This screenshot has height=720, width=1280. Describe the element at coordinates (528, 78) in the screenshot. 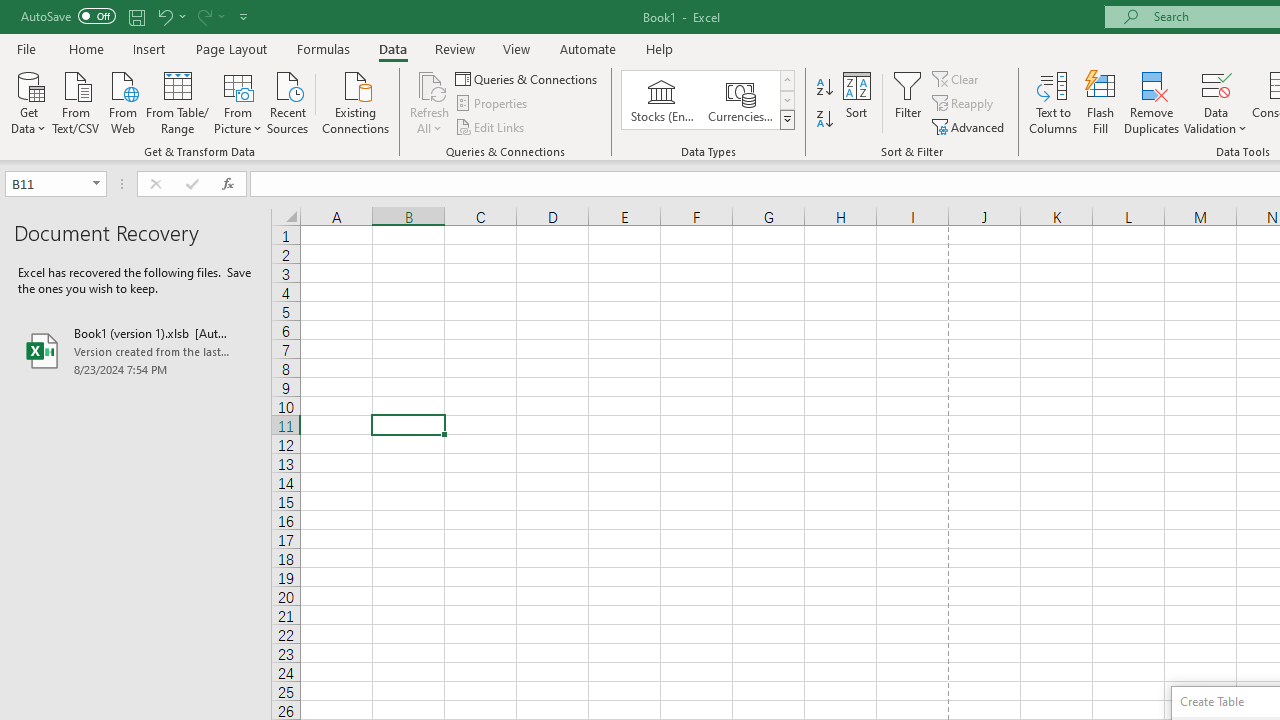

I see `'Queries & Connections'` at that location.